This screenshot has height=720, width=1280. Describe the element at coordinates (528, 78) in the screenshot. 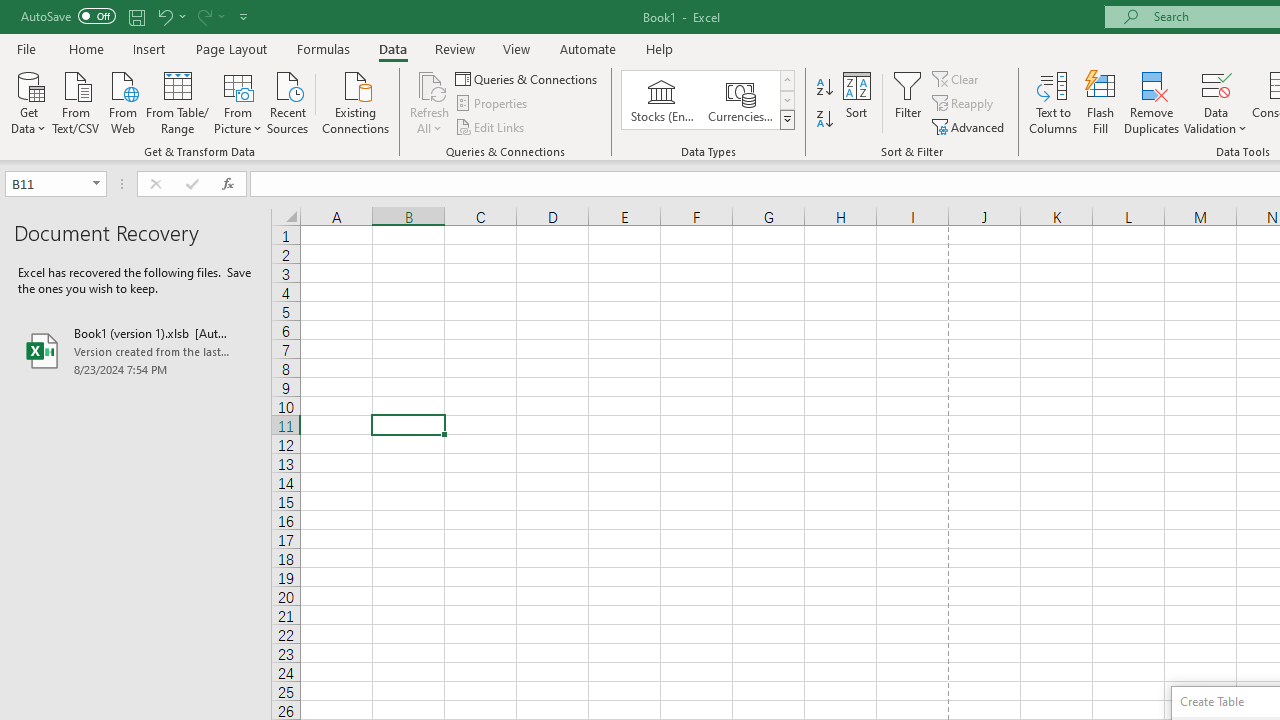

I see `'Queries & Connections'` at that location.